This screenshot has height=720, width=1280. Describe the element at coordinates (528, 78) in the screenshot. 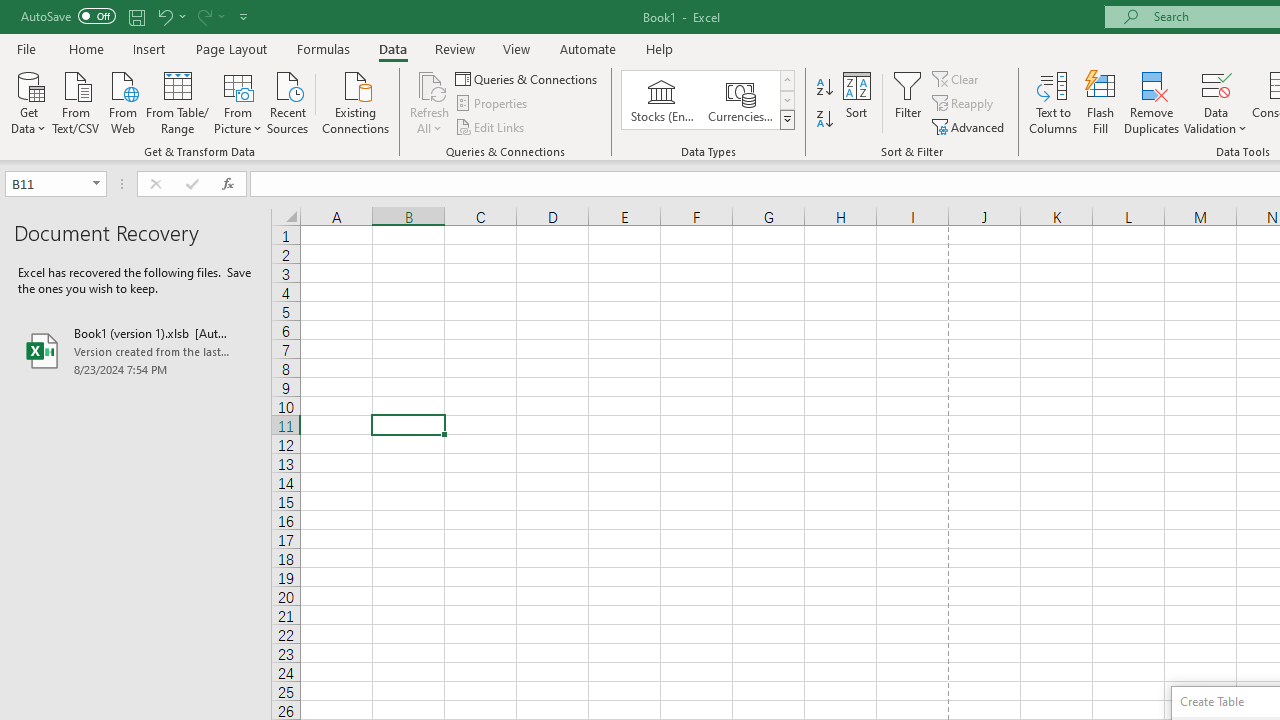

I see `'Queries & Connections'` at that location.